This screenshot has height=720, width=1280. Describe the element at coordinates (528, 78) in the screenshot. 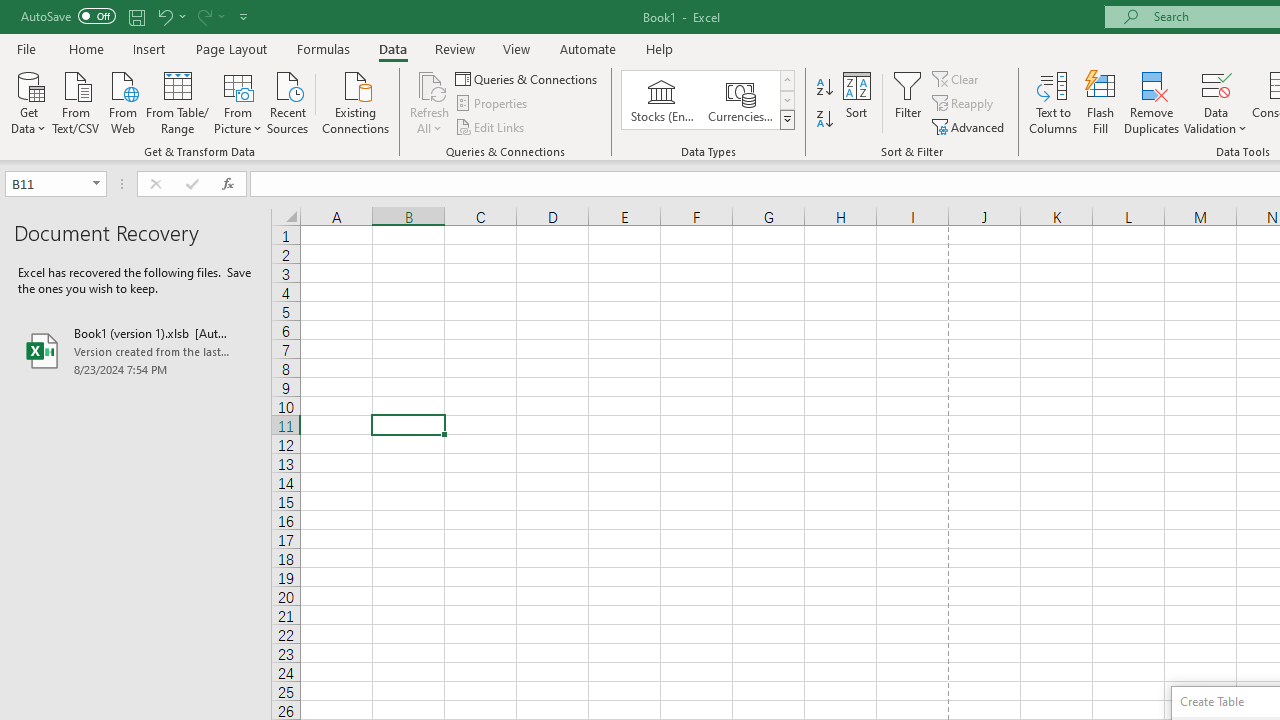

I see `'Queries & Connections'` at that location.